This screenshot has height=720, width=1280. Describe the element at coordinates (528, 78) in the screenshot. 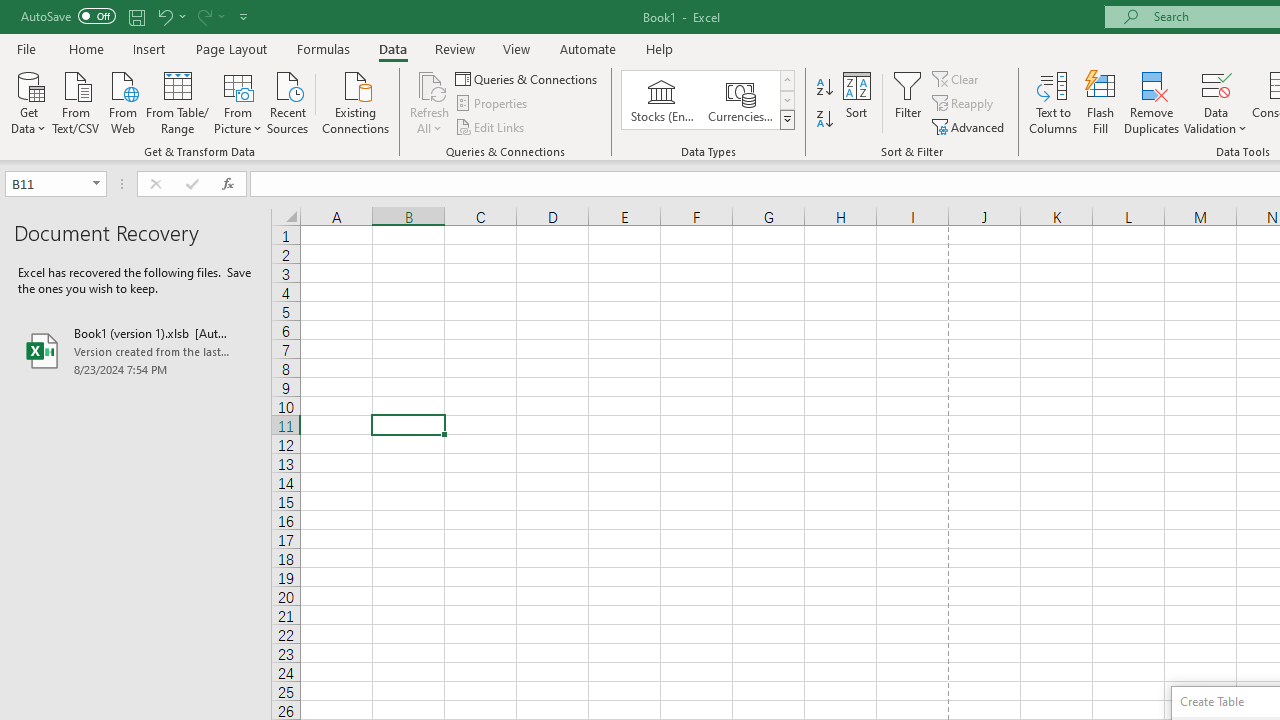

I see `'Queries & Connections'` at that location.